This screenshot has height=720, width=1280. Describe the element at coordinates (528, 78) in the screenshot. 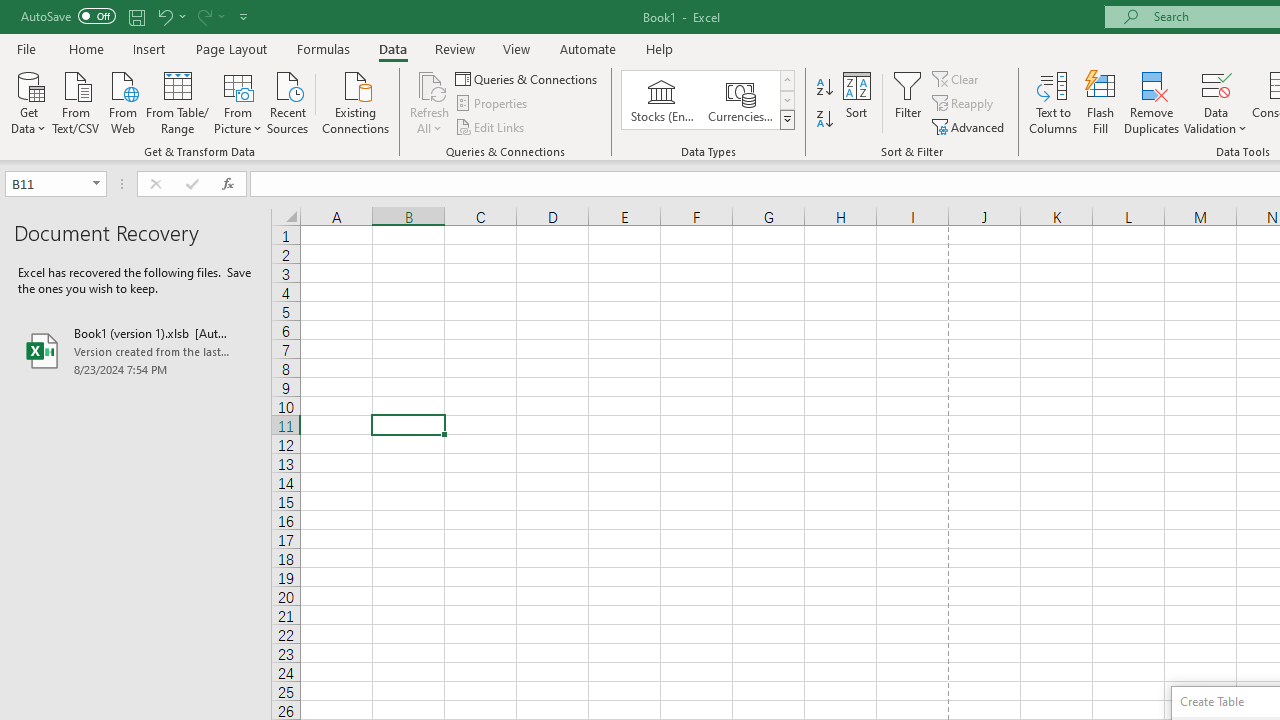

I see `'Queries & Connections'` at that location.